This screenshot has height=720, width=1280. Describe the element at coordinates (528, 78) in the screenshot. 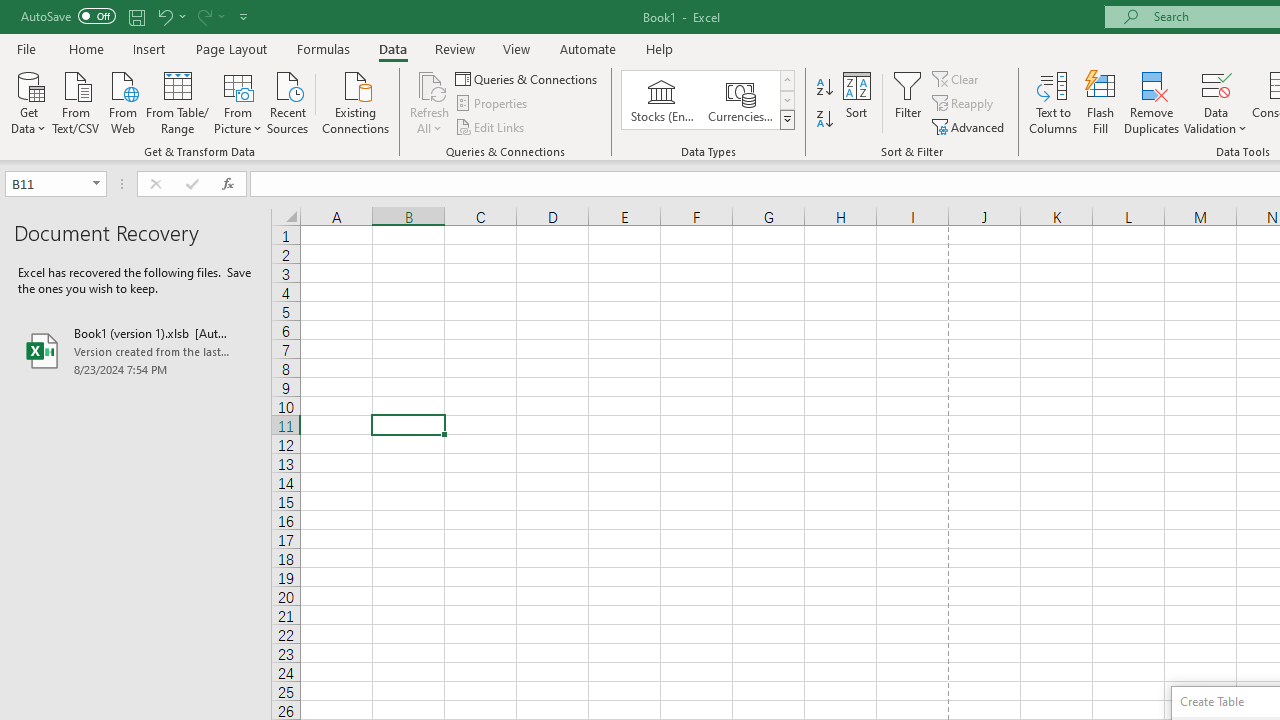

I see `'Queries & Connections'` at that location.